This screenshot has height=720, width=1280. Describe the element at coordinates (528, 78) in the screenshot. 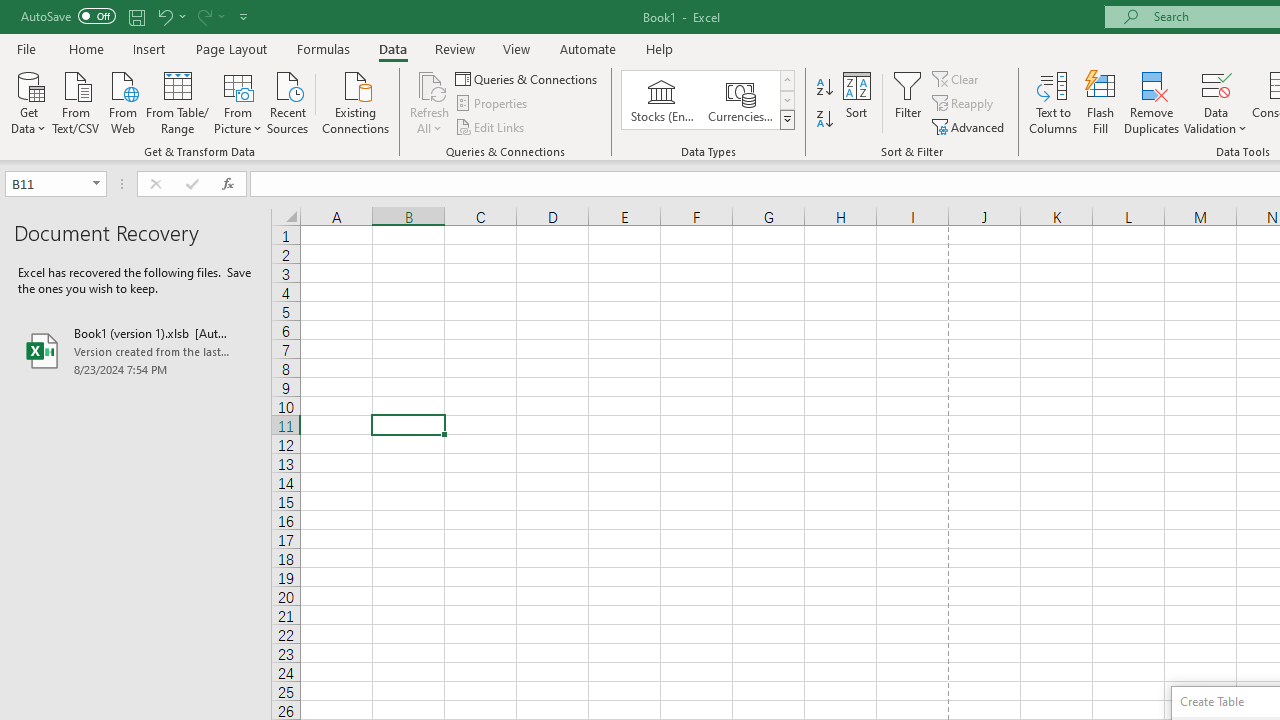

I see `'Queries & Connections'` at that location.